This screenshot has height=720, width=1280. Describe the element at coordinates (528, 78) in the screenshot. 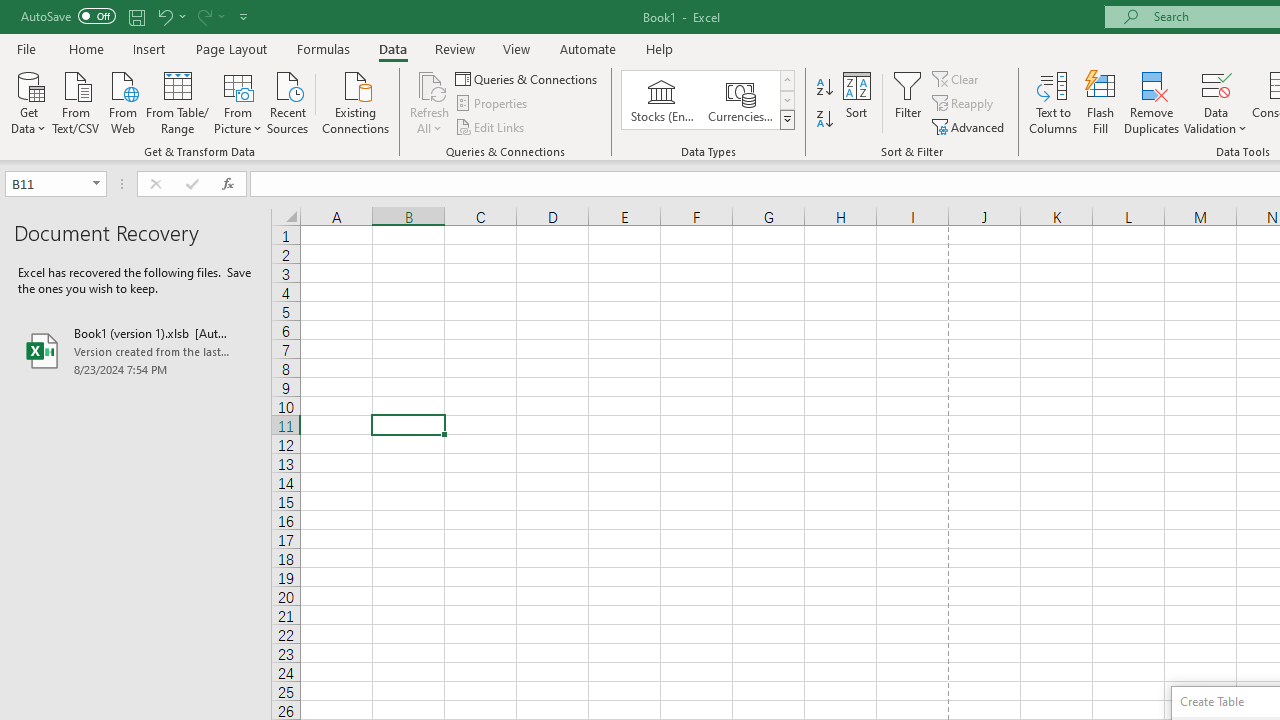

I see `'Queries & Connections'` at that location.